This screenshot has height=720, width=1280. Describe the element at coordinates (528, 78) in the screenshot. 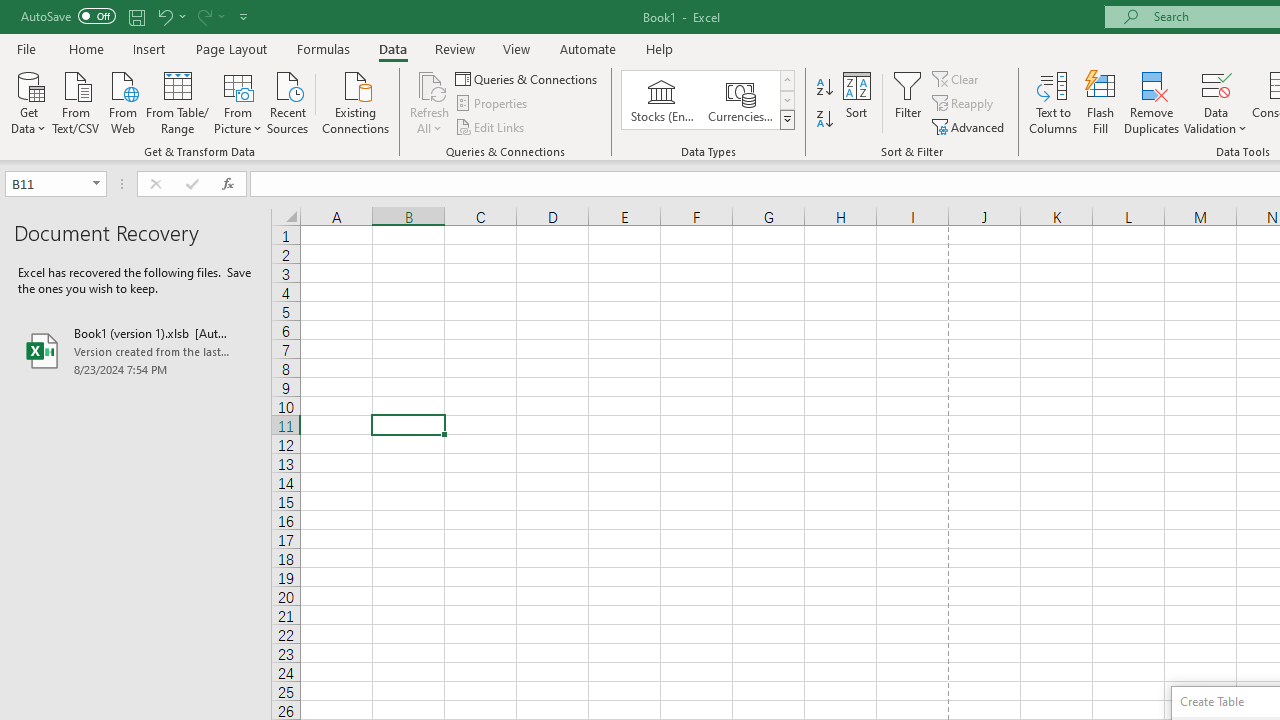

I see `'Queries & Connections'` at that location.